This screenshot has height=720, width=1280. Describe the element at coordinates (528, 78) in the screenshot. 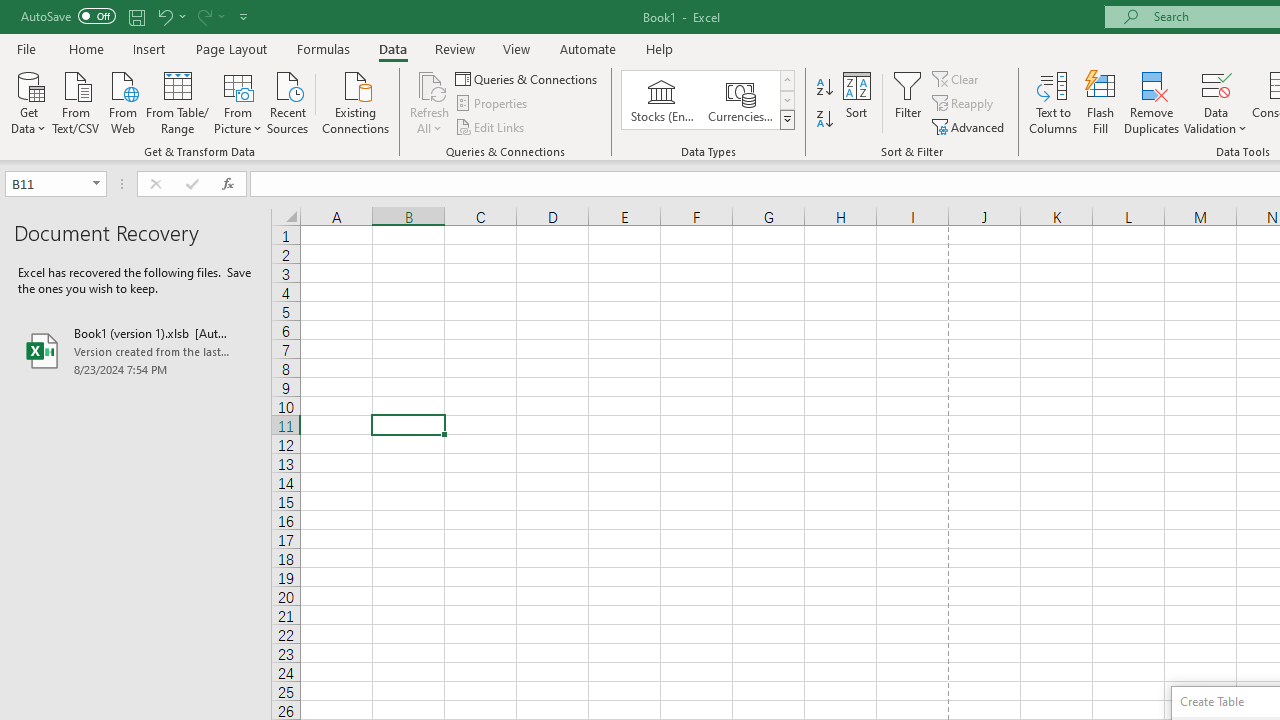

I see `'Queries & Connections'` at that location.